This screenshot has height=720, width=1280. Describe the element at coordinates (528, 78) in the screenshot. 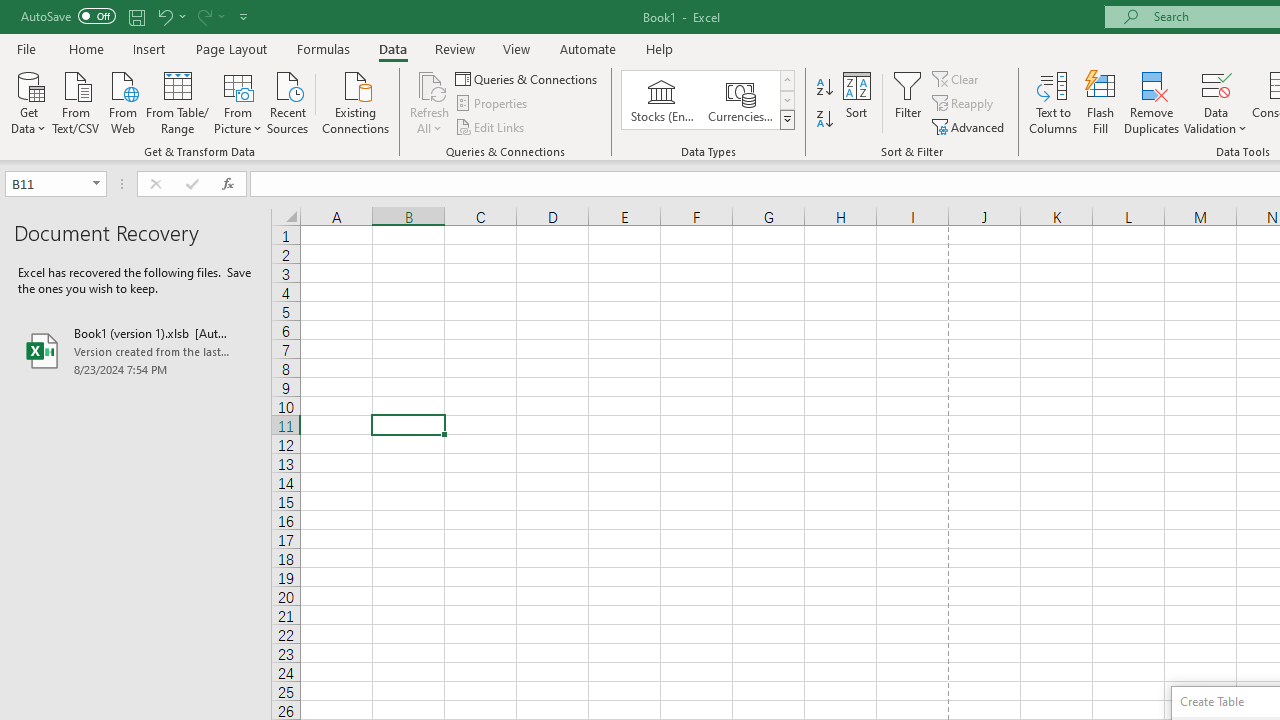

I see `'Queries & Connections'` at that location.